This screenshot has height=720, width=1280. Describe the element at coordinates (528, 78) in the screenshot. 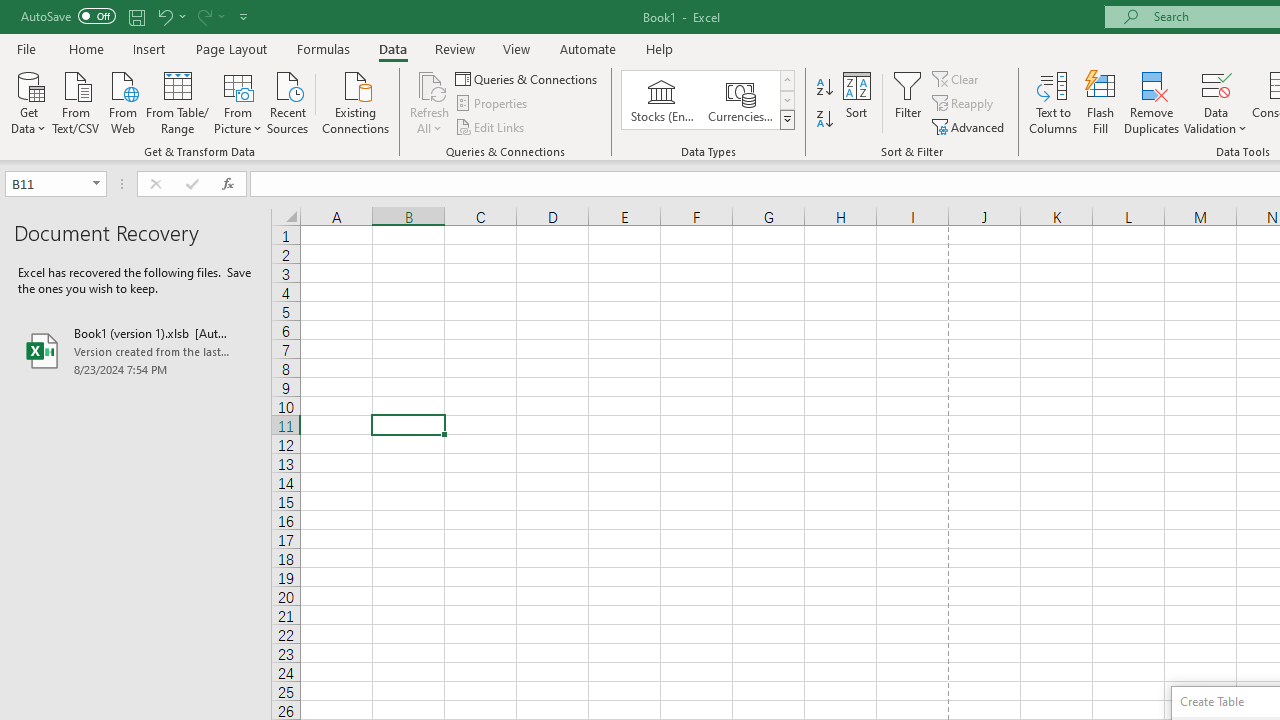

I see `'Queries & Connections'` at that location.